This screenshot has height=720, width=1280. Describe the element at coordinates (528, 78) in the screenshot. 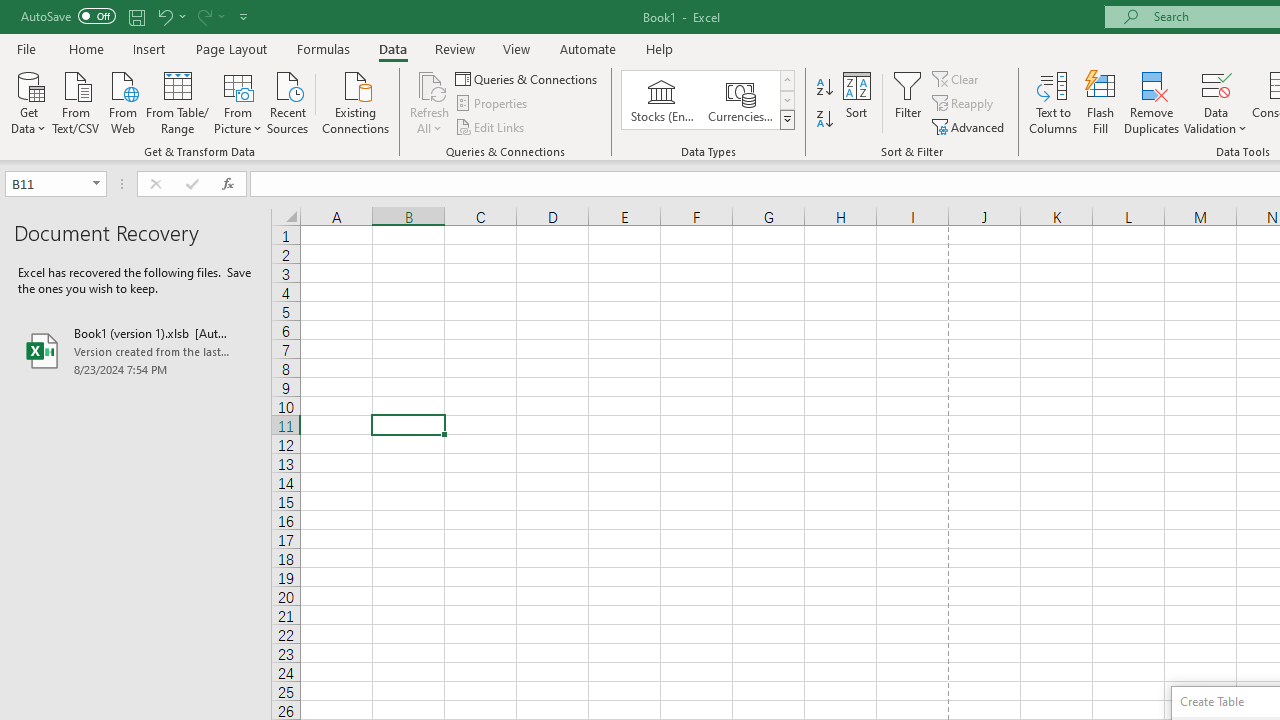

I see `'Queries & Connections'` at that location.